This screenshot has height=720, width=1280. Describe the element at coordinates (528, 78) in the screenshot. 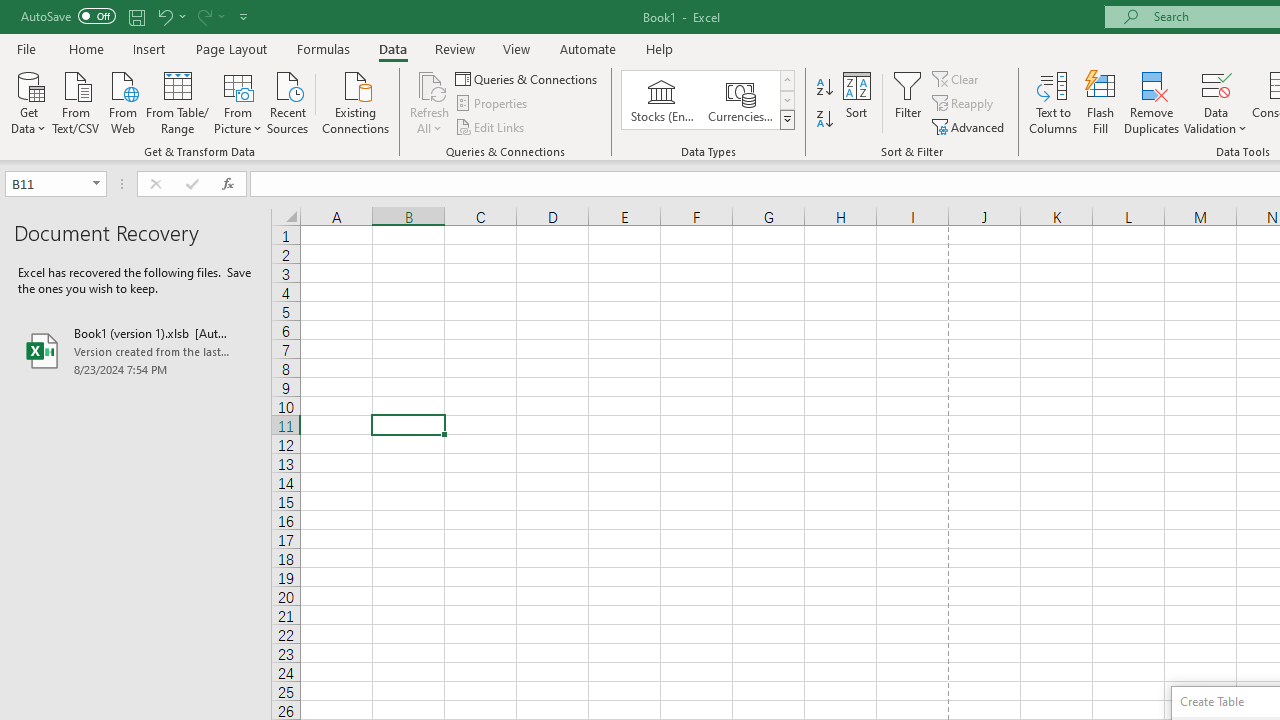

I see `'Queries & Connections'` at that location.